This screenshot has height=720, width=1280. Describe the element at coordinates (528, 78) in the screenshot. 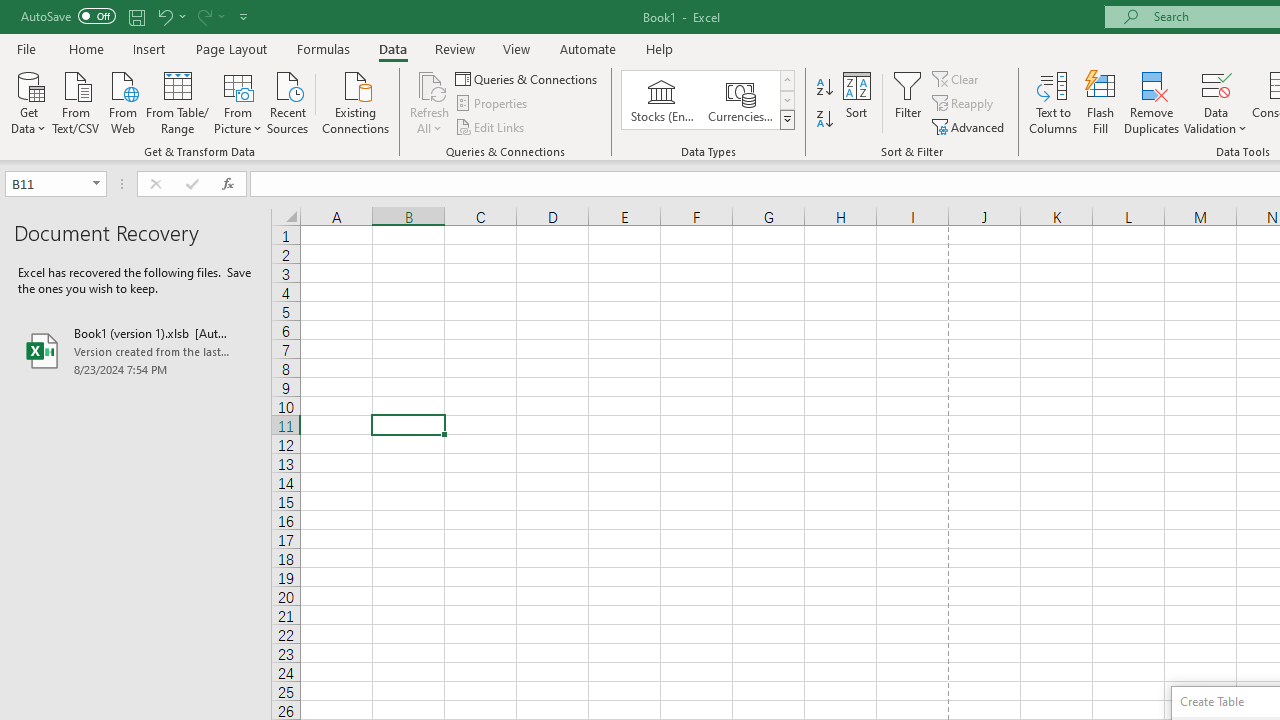

I see `'Queries & Connections'` at that location.